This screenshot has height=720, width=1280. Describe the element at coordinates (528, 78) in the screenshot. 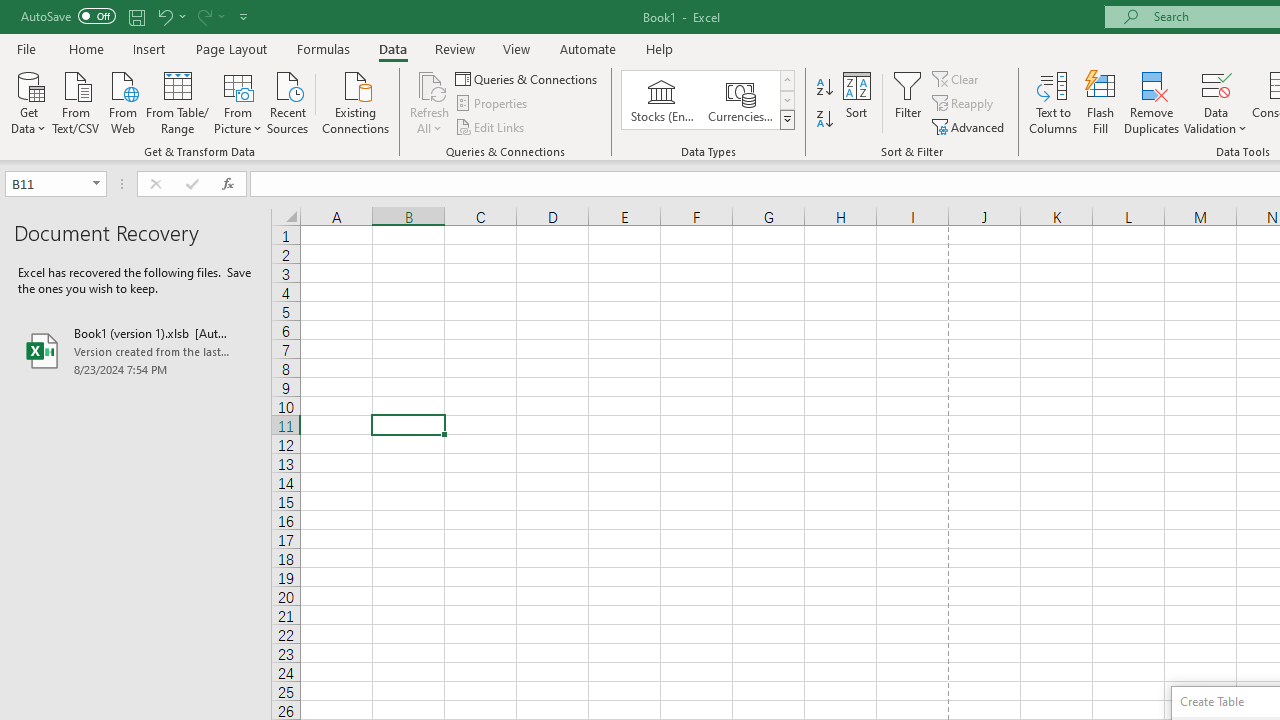

I see `'Queries & Connections'` at that location.